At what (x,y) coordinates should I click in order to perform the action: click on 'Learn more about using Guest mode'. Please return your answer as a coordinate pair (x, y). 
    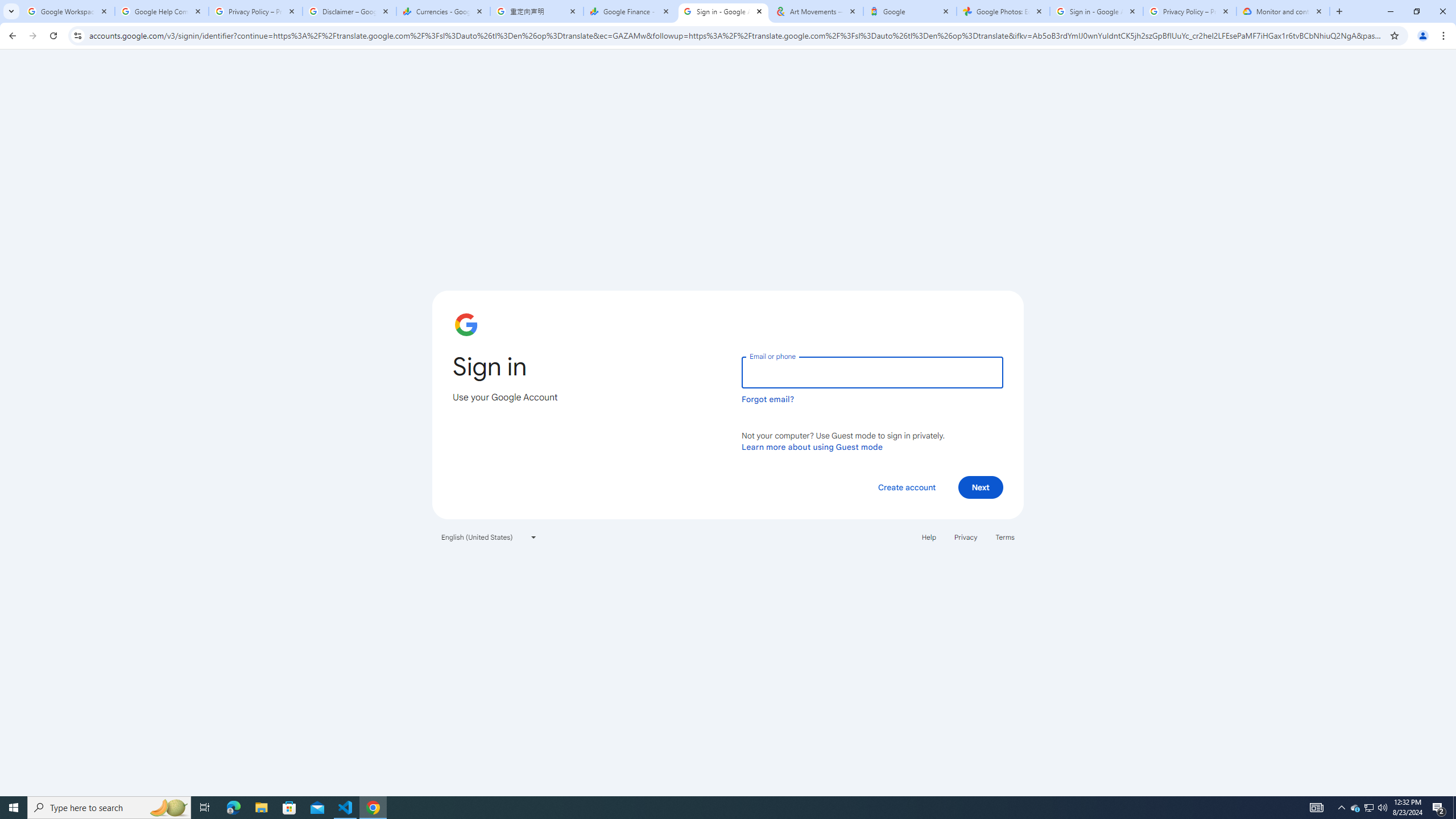
    Looking at the image, I should click on (812, 446).